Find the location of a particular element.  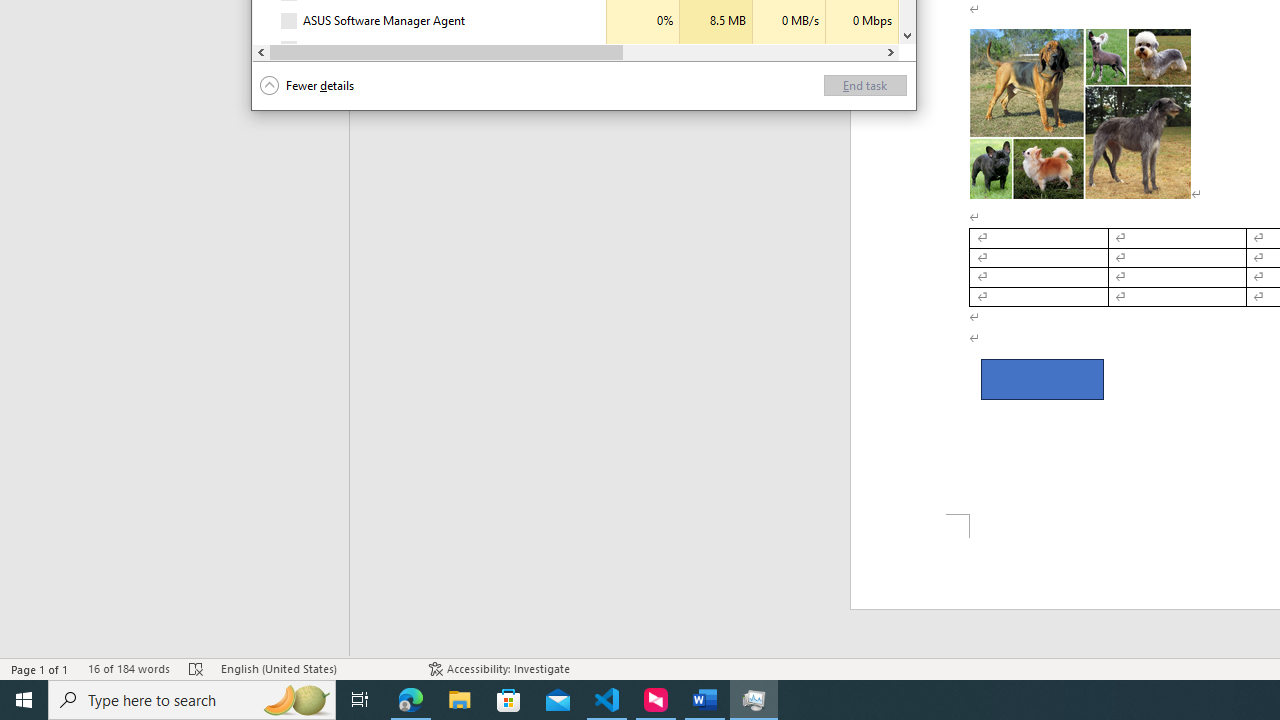

'Microsoft Edge - 1 running window' is located at coordinates (410, 698).